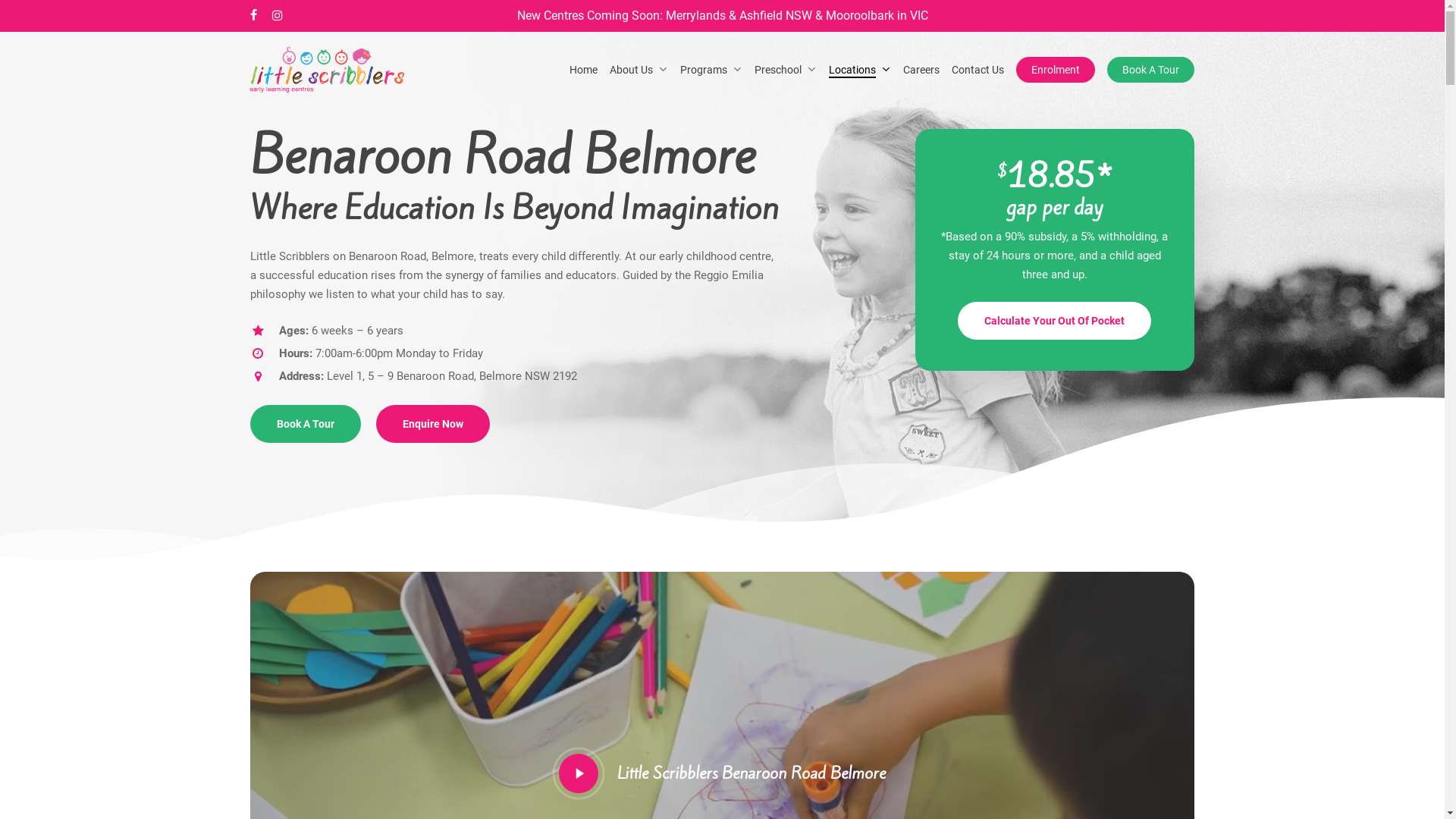 This screenshot has height=819, width=1456. Describe the element at coordinates (432, 424) in the screenshot. I see `'Enquire Now'` at that location.